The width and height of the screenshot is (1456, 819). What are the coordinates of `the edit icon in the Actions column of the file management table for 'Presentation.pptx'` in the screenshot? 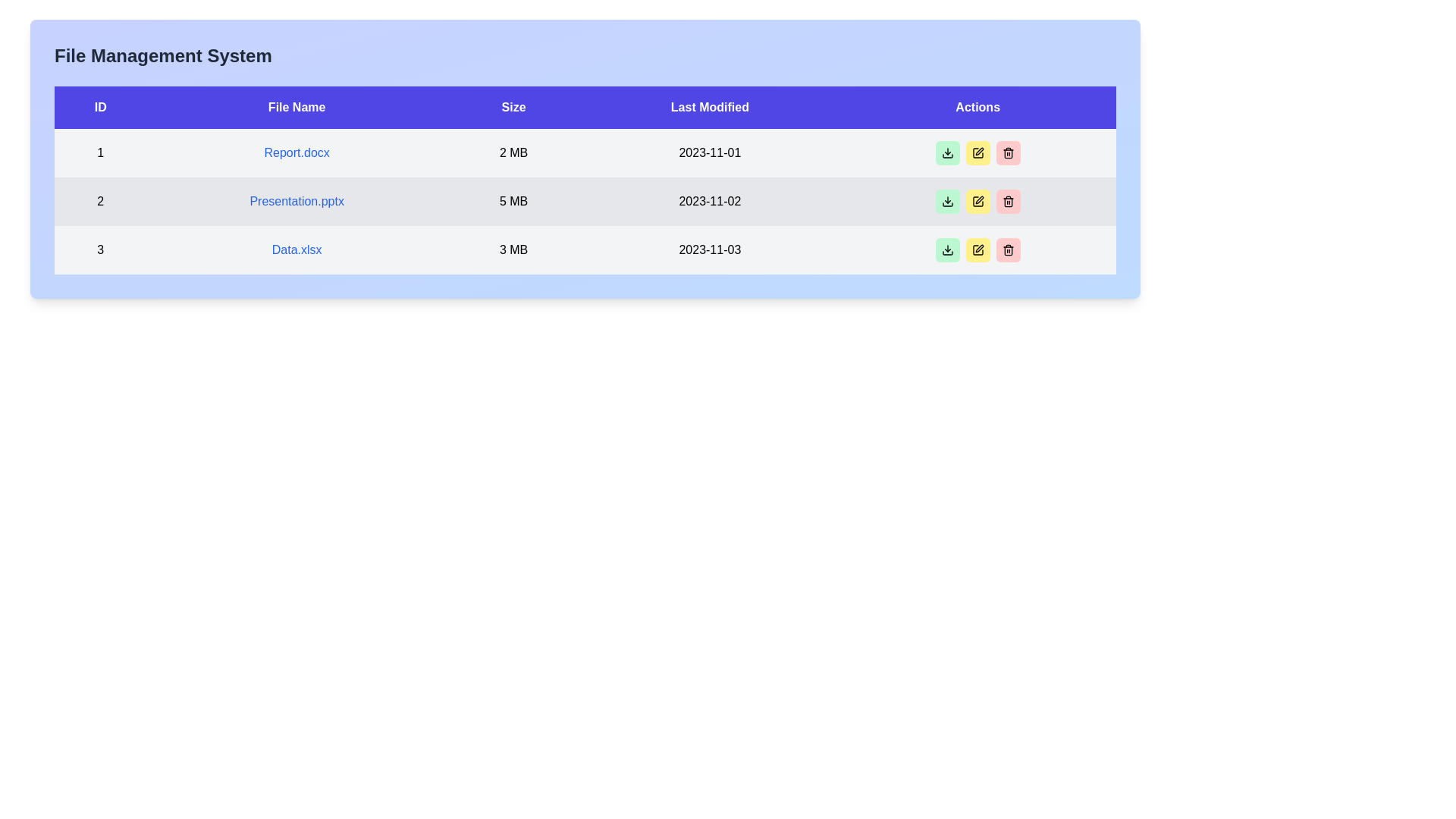 It's located at (977, 152).